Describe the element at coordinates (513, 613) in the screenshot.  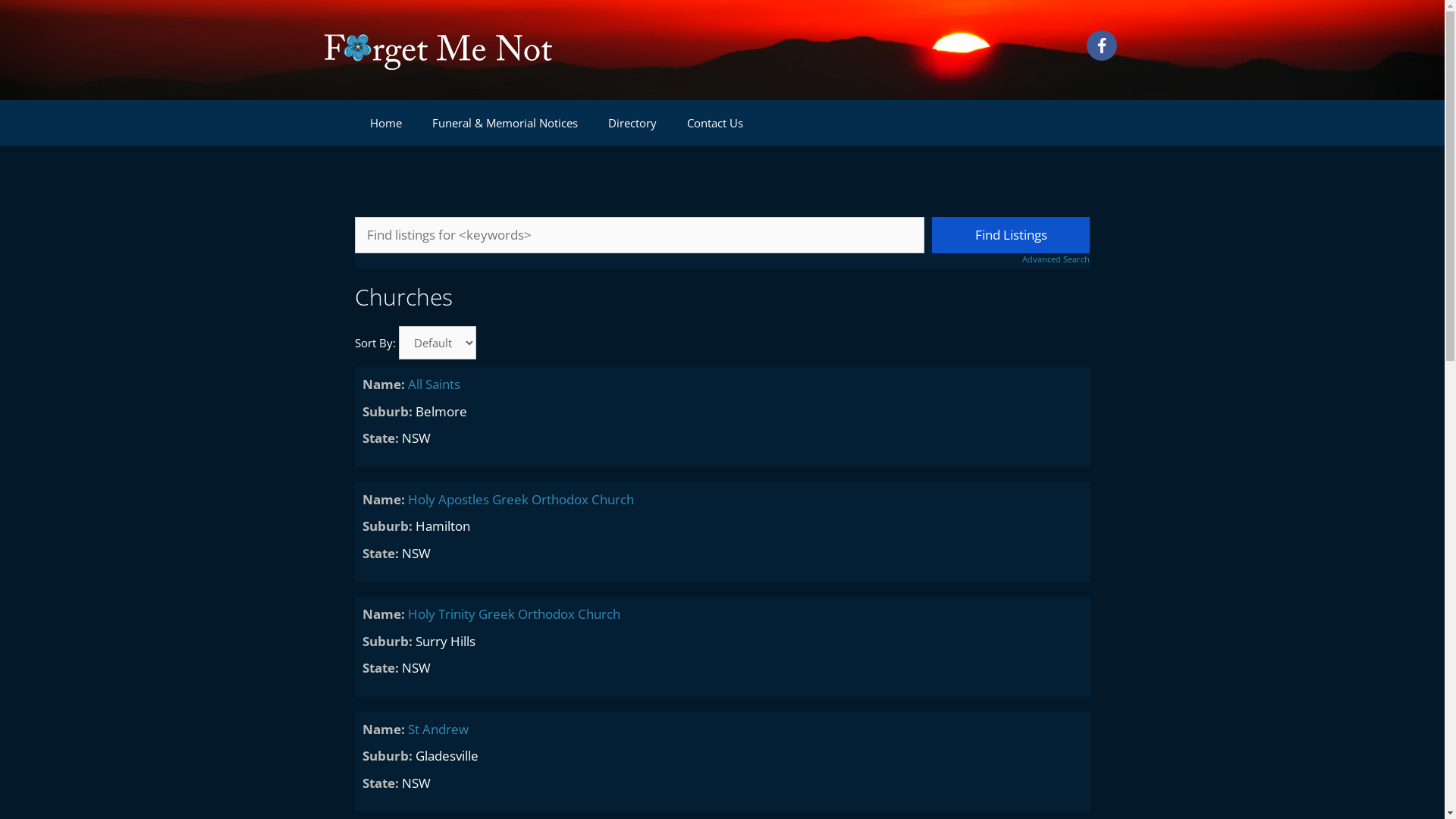
I see `'Holy Trinity Greek Orthodox Church'` at that location.